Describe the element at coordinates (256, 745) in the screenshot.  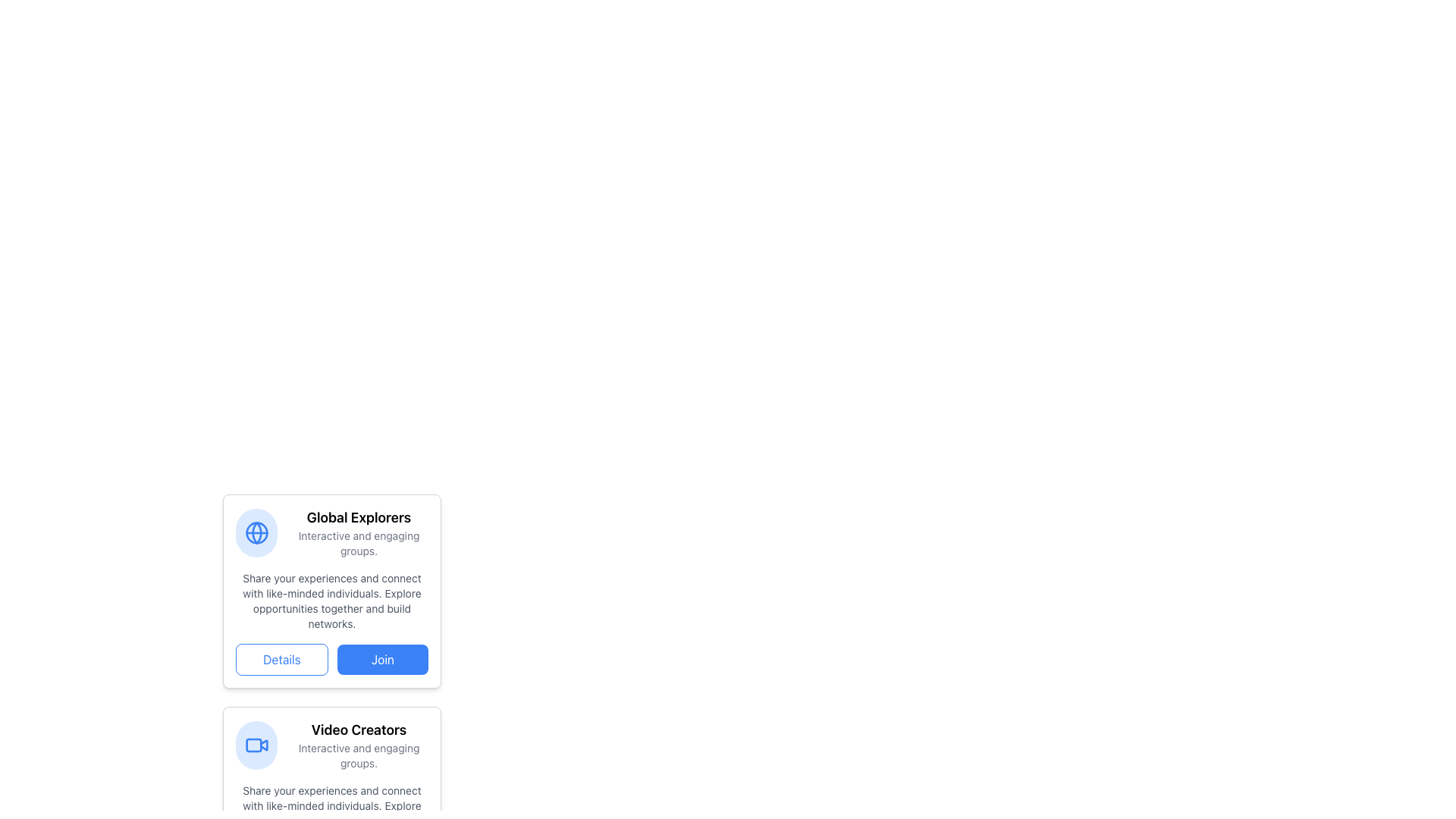
I see `the blue video camera icon, which is the central icon of the second card in the list, located below the 'Global Explorers' card and to the left of the 'Video Creators' text heading` at that location.